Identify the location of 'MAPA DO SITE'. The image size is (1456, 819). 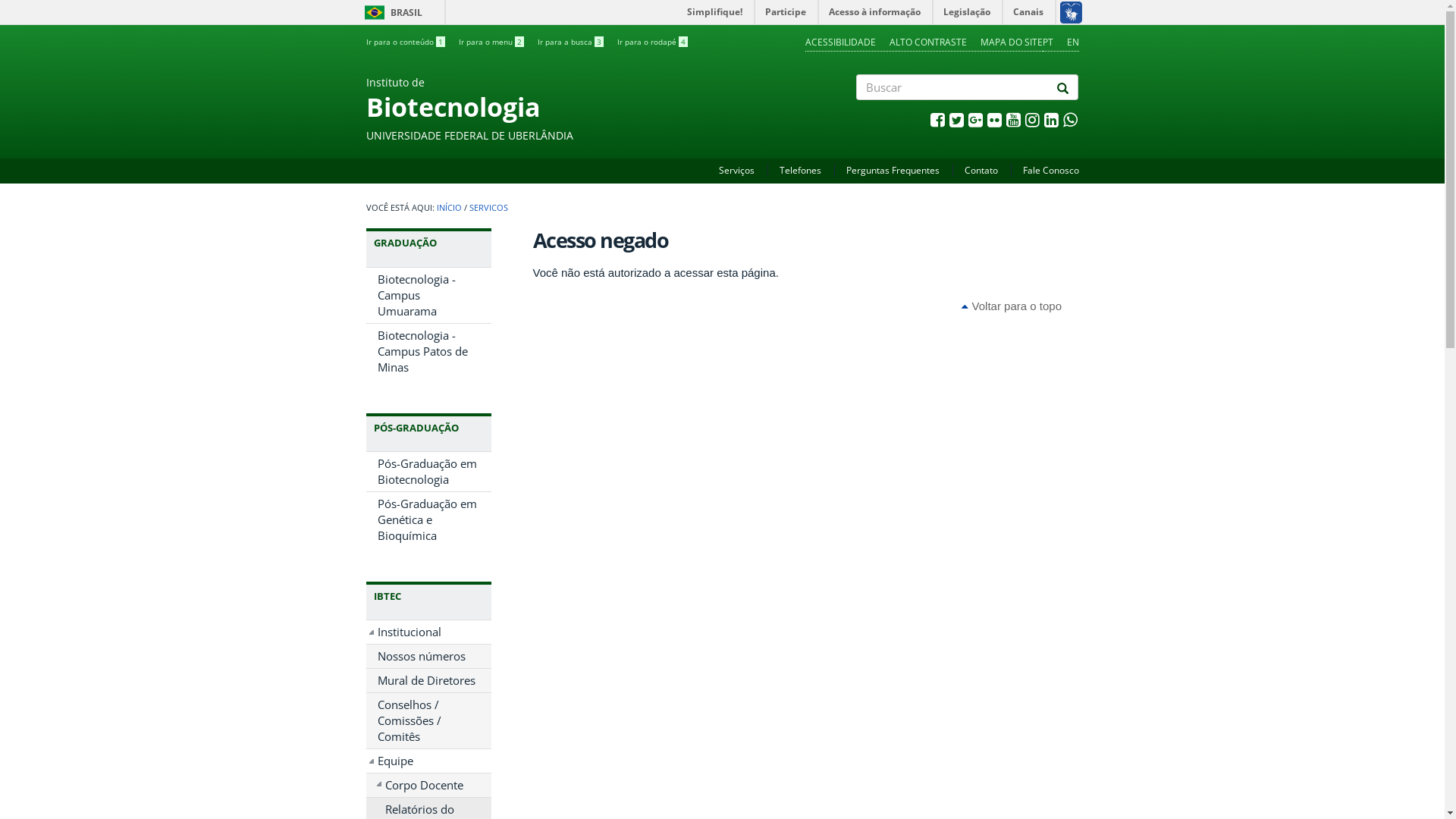
(1011, 41).